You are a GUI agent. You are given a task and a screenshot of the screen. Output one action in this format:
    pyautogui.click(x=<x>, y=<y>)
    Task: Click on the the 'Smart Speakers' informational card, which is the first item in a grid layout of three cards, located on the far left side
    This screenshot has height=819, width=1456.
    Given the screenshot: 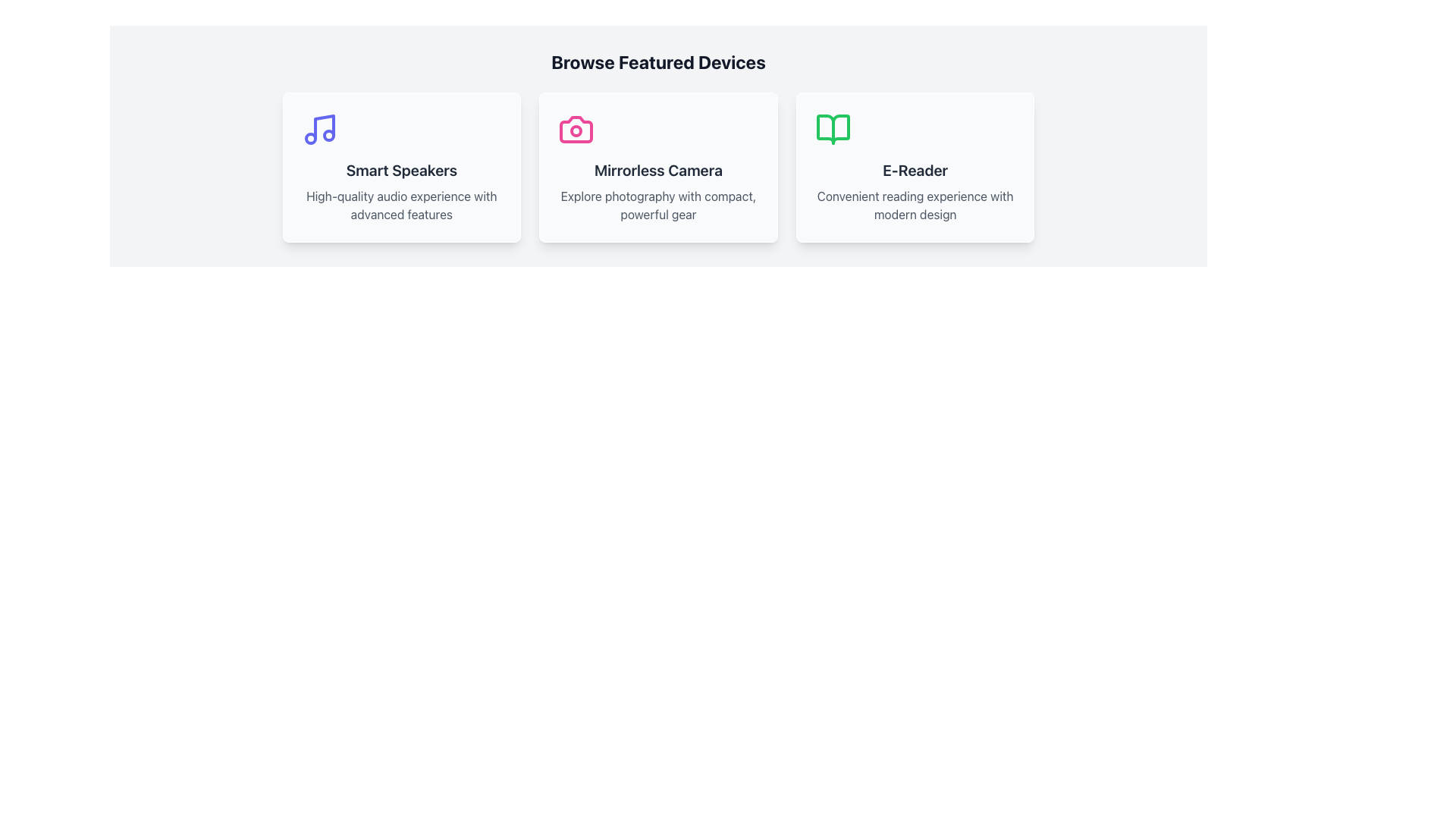 What is the action you would take?
    pyautogui.click(x=401, y=167)
    